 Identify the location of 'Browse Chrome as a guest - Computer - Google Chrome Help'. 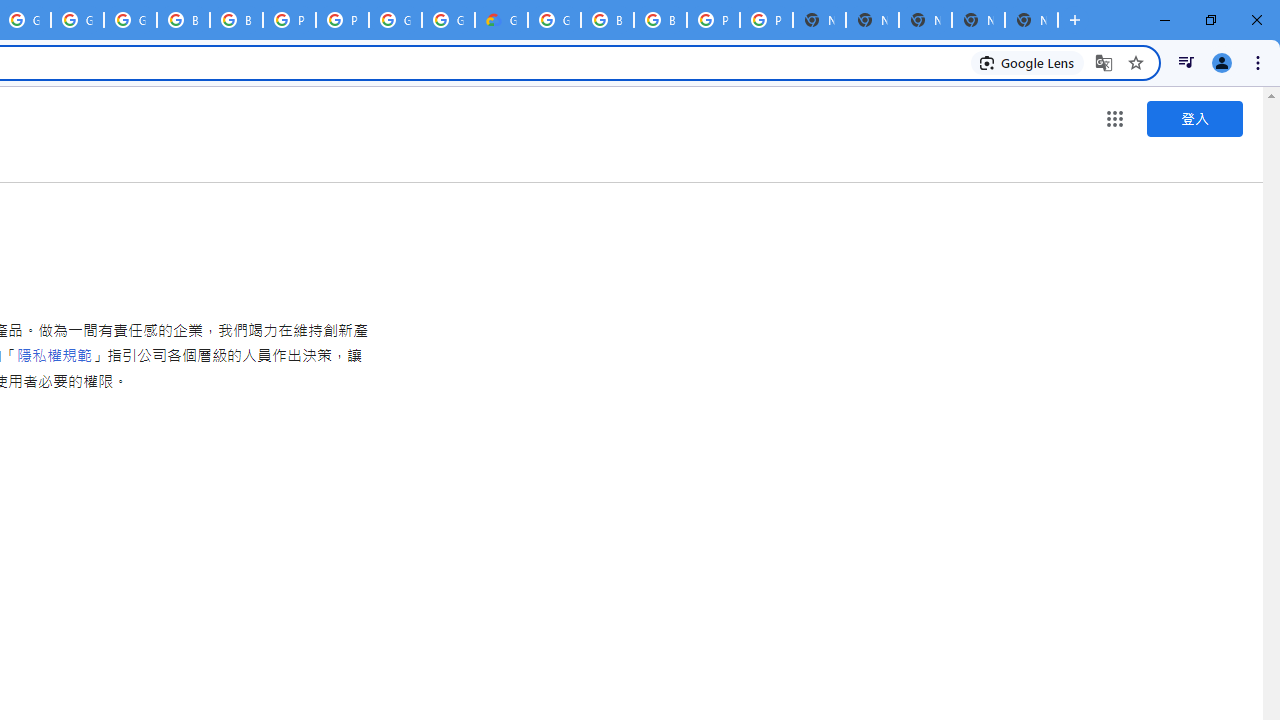
(236, 20).